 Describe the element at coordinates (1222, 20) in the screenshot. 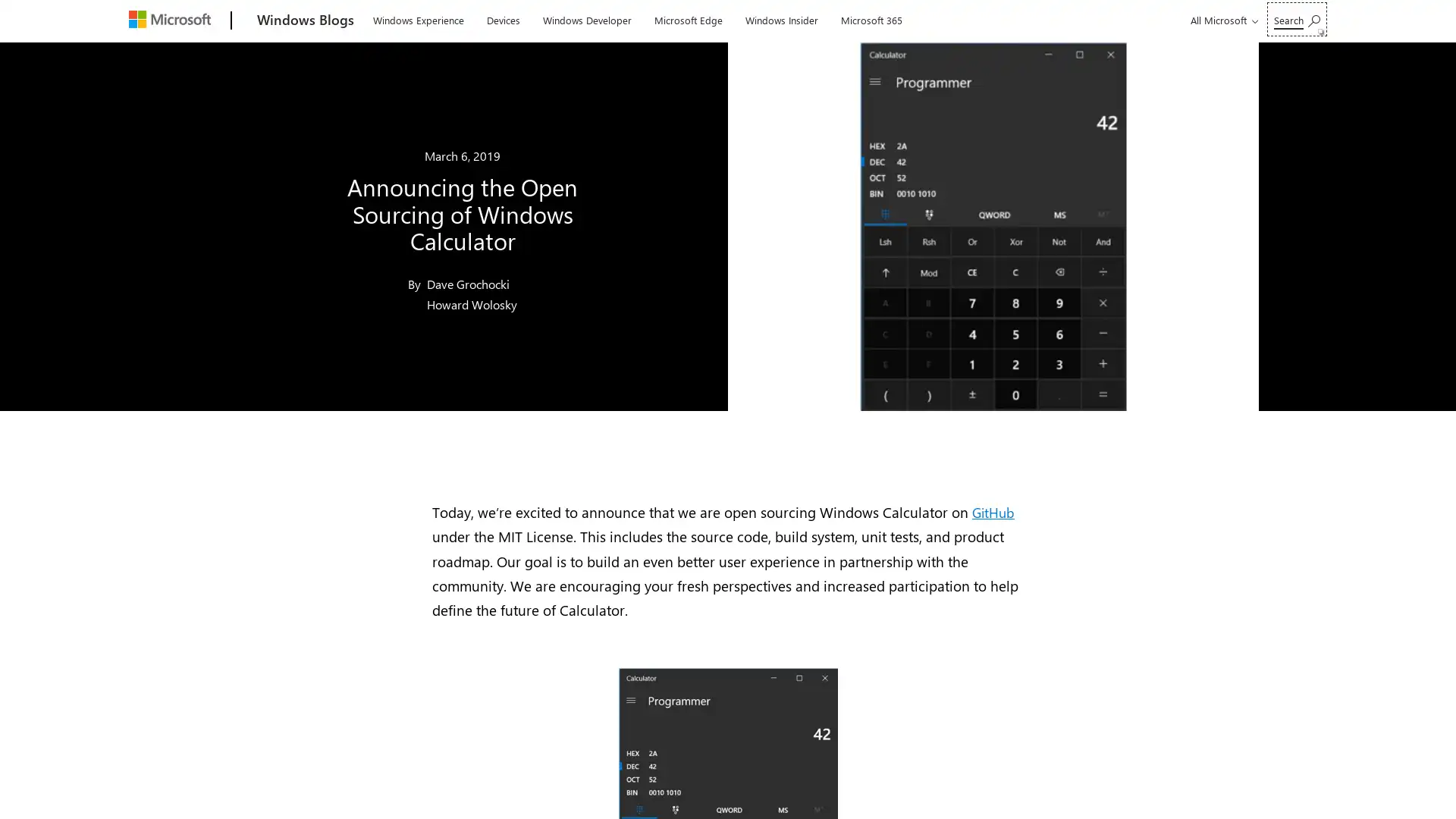

I see `All Microsoft expand to see list of Microsoft products and services` at that location.